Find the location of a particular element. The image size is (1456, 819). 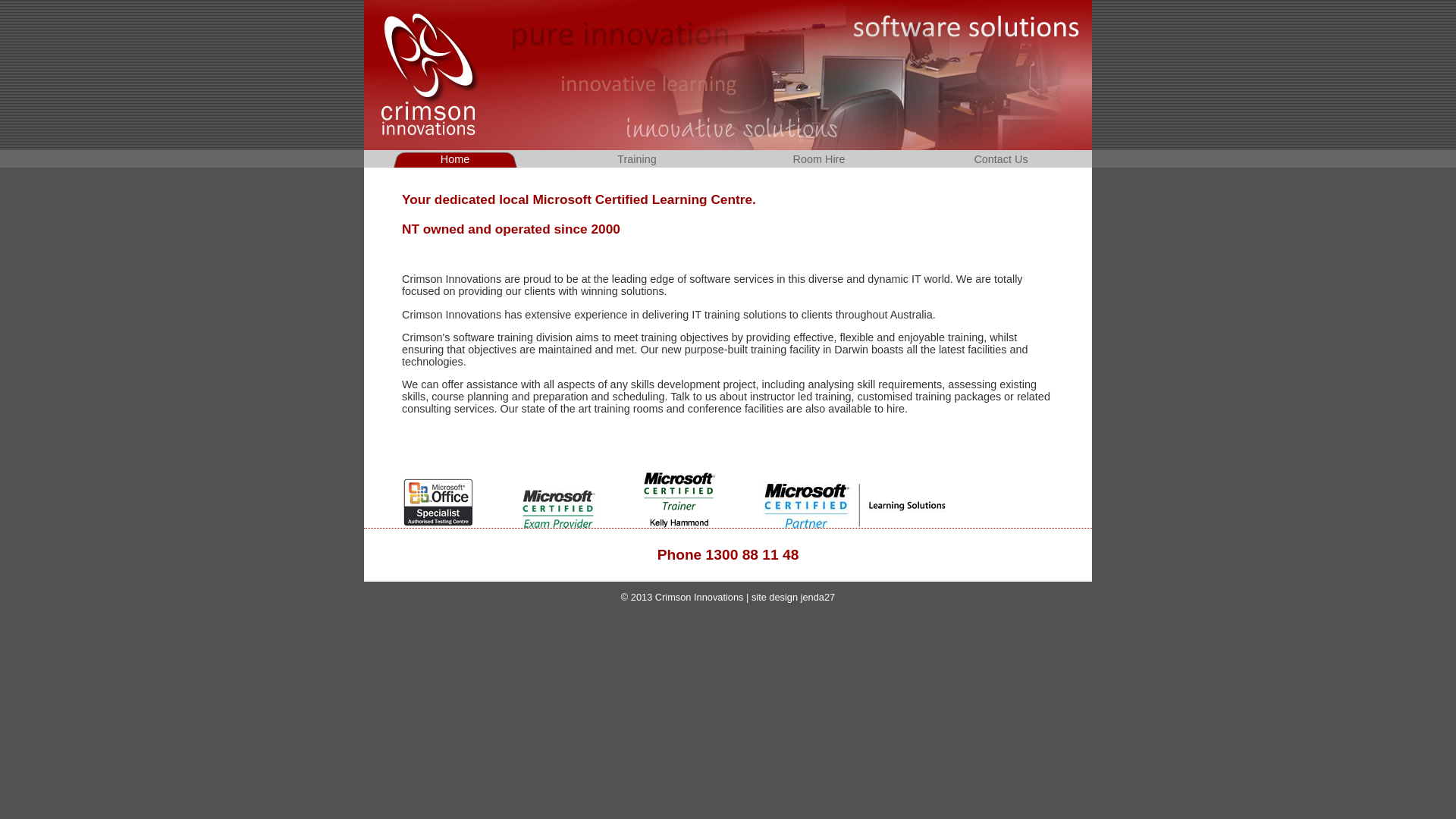

'Training' is located at coordinates (637, 158).